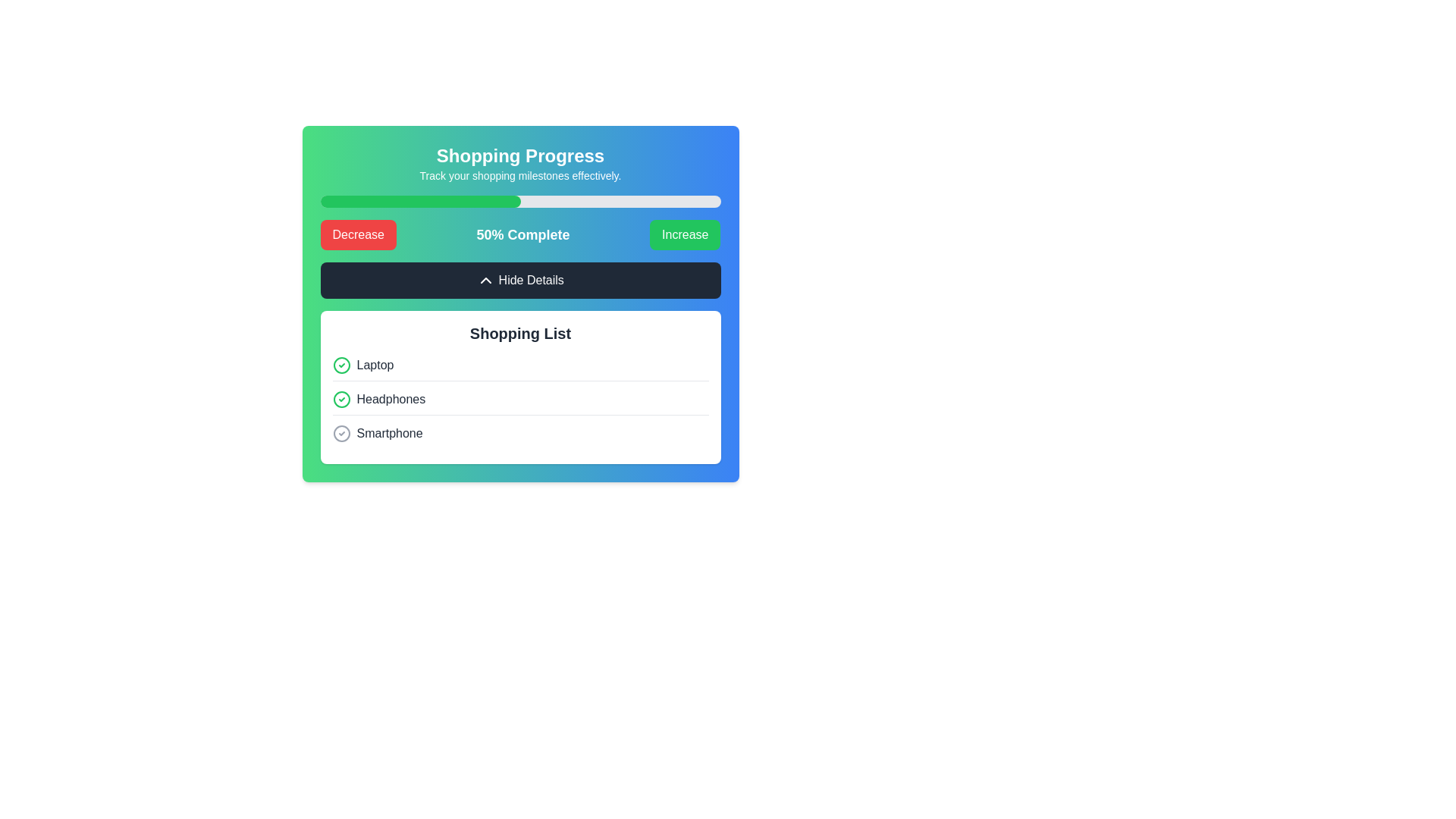 Image resolution: width=1456 pixels, height=819 pixels. What do you see at coordinates (340, 433) in the screenshot?
I see `the circular graphical shape that represents a circular outline in the 'check' icon within the 'Smartphone' list item of the 'Shopping List' section` at bounding box center [340, 433].